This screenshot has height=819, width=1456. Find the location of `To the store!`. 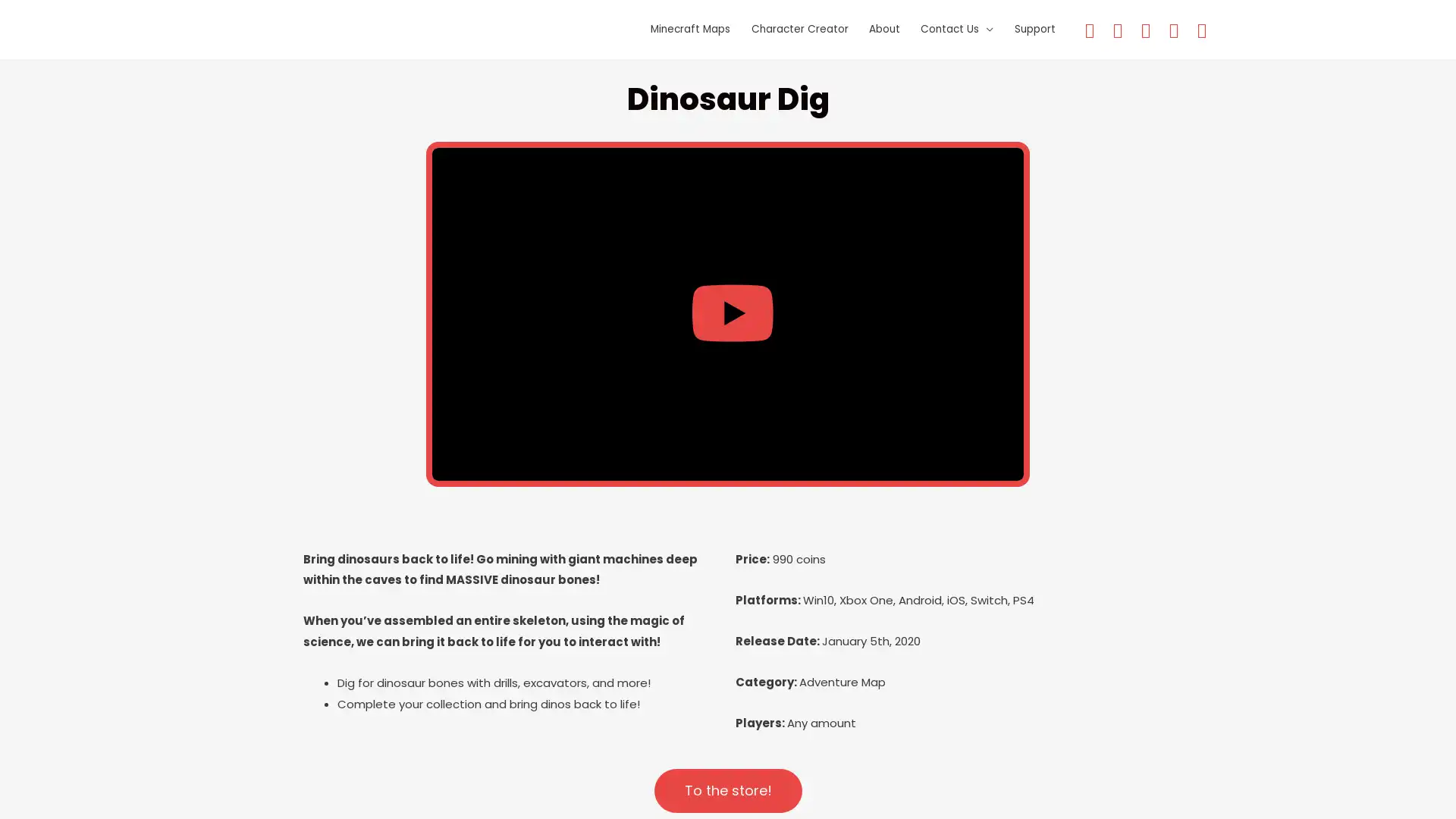

To the store! is located at coordinates (726, 789).